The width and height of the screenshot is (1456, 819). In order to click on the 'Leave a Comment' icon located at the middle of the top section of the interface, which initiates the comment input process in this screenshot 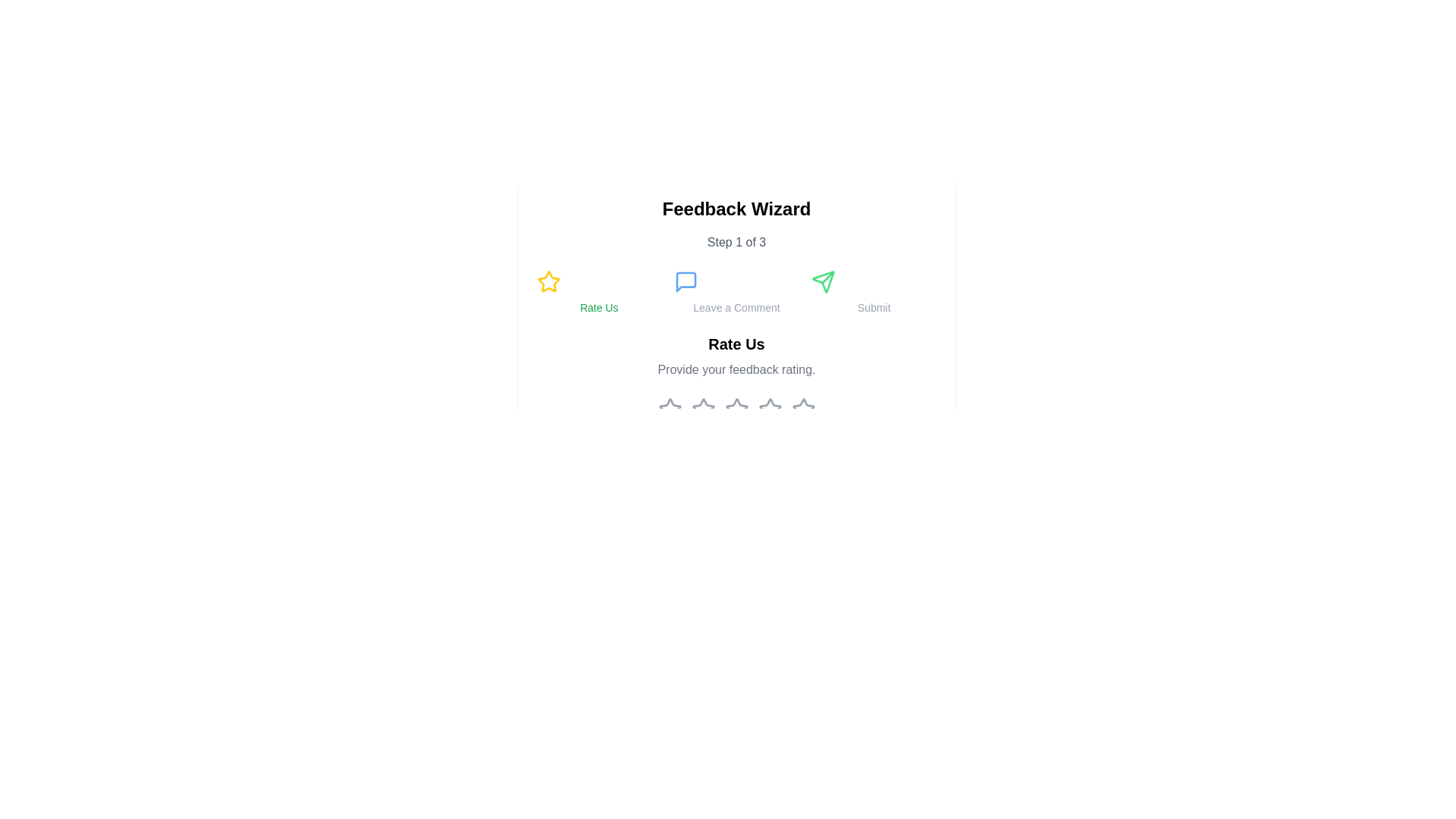, I will do `click(685, 281)`.